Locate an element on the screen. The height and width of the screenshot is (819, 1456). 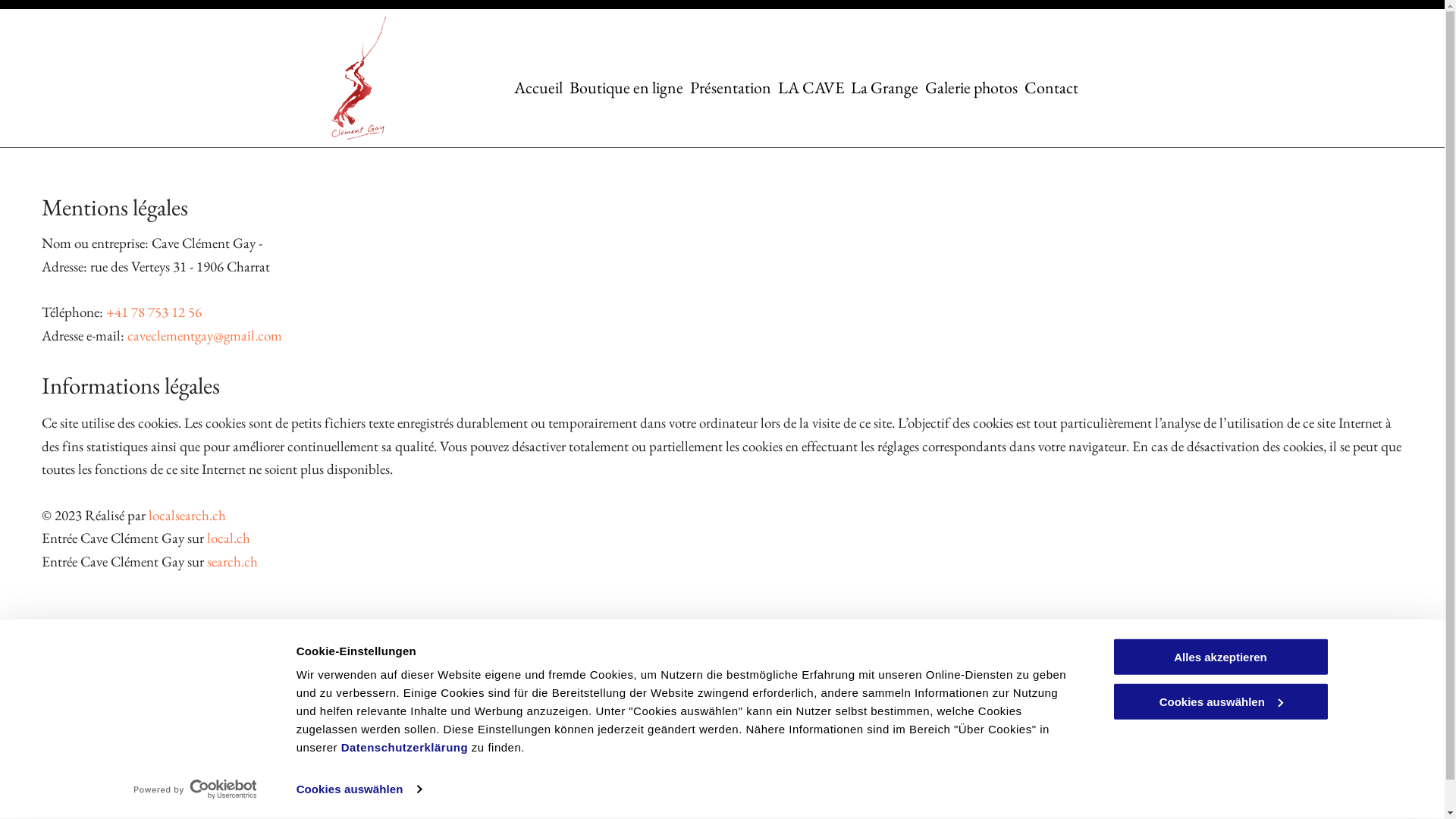
'Accueil' is located at coordinates (513, 86).